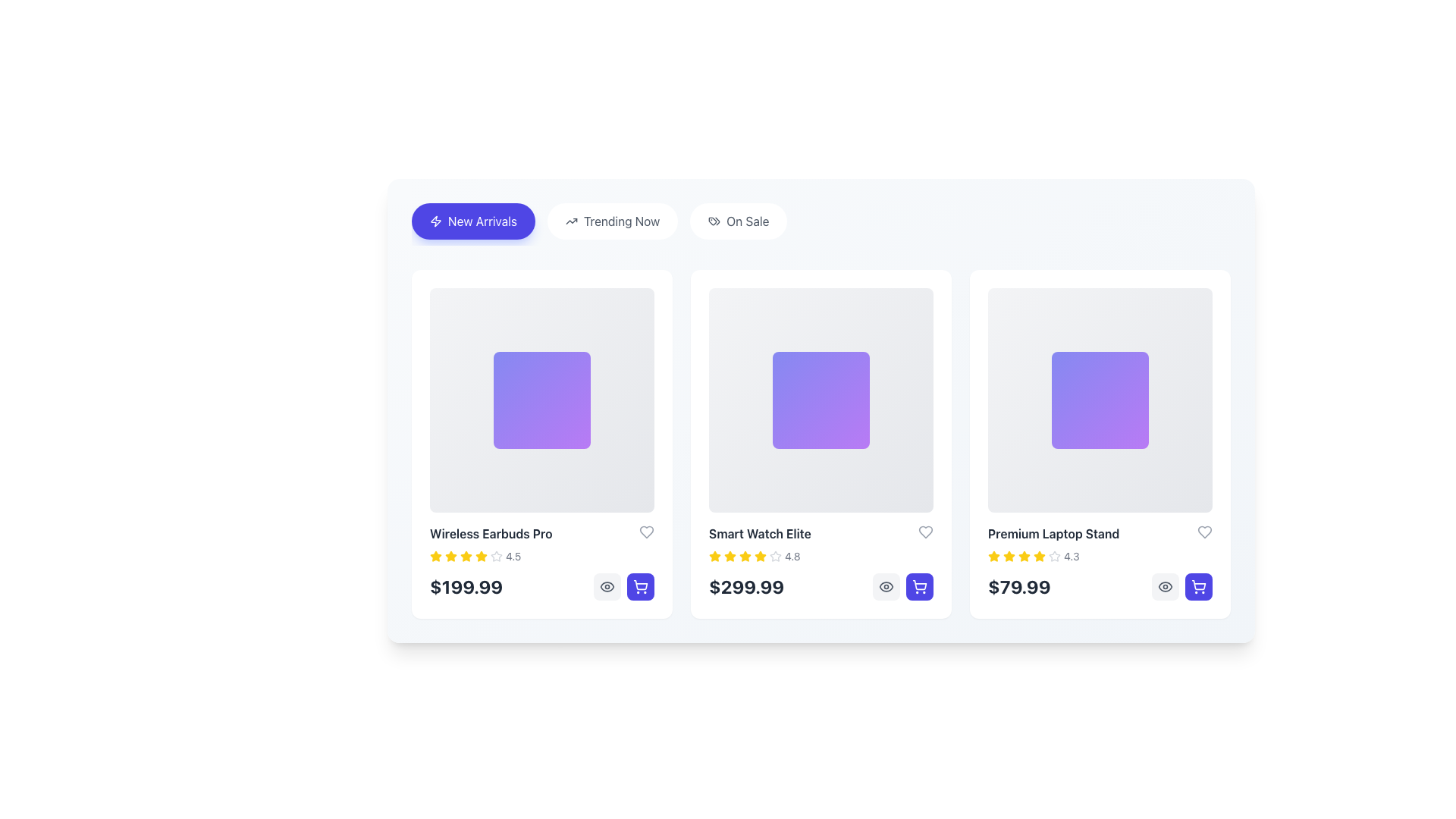  What do you see at coordinates (886, 586) in the screenshot?
I see `the button located in the second product card, below the product price and ratings, to enable keyboard navigation` at bounding box center [886, 586].